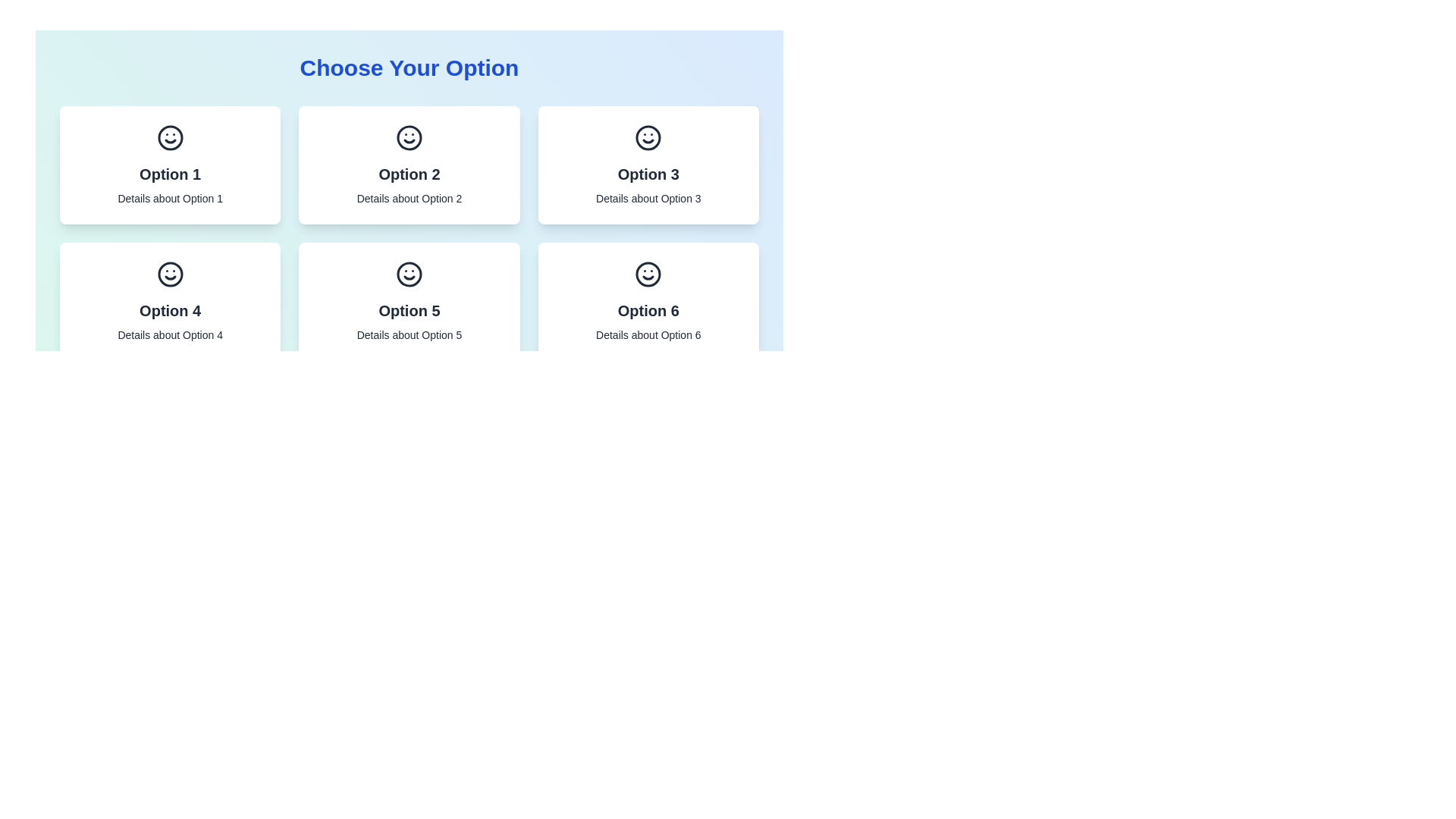 Image resolution: width=1456 pixels, height=819 pixels. I want to click on the decorative circle element within the second card of the top row in the SVG graphic, which is outlined in black and has no fill, so click(409, 137).